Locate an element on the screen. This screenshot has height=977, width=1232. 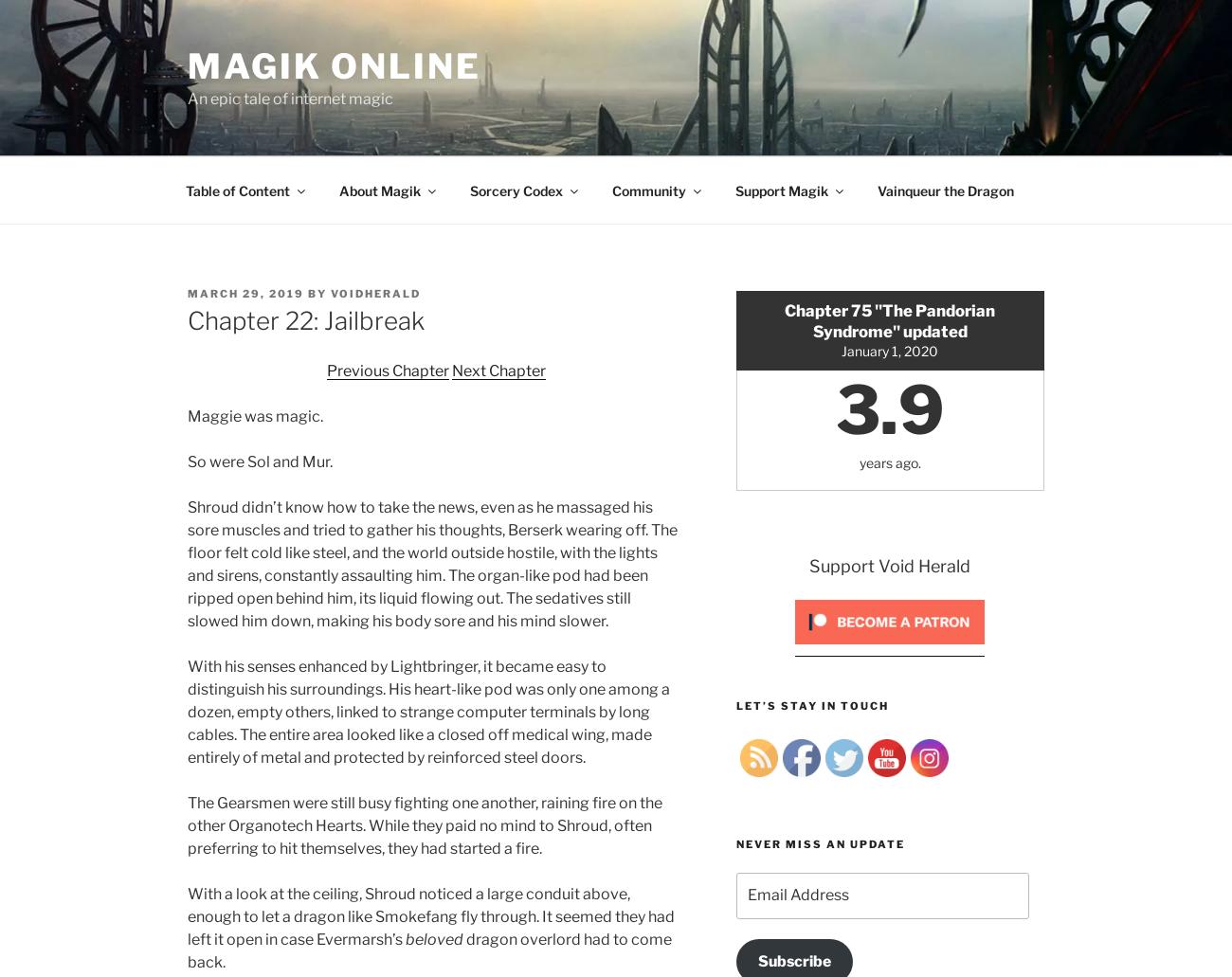
'beloved' is located at coordinates (434, 938).